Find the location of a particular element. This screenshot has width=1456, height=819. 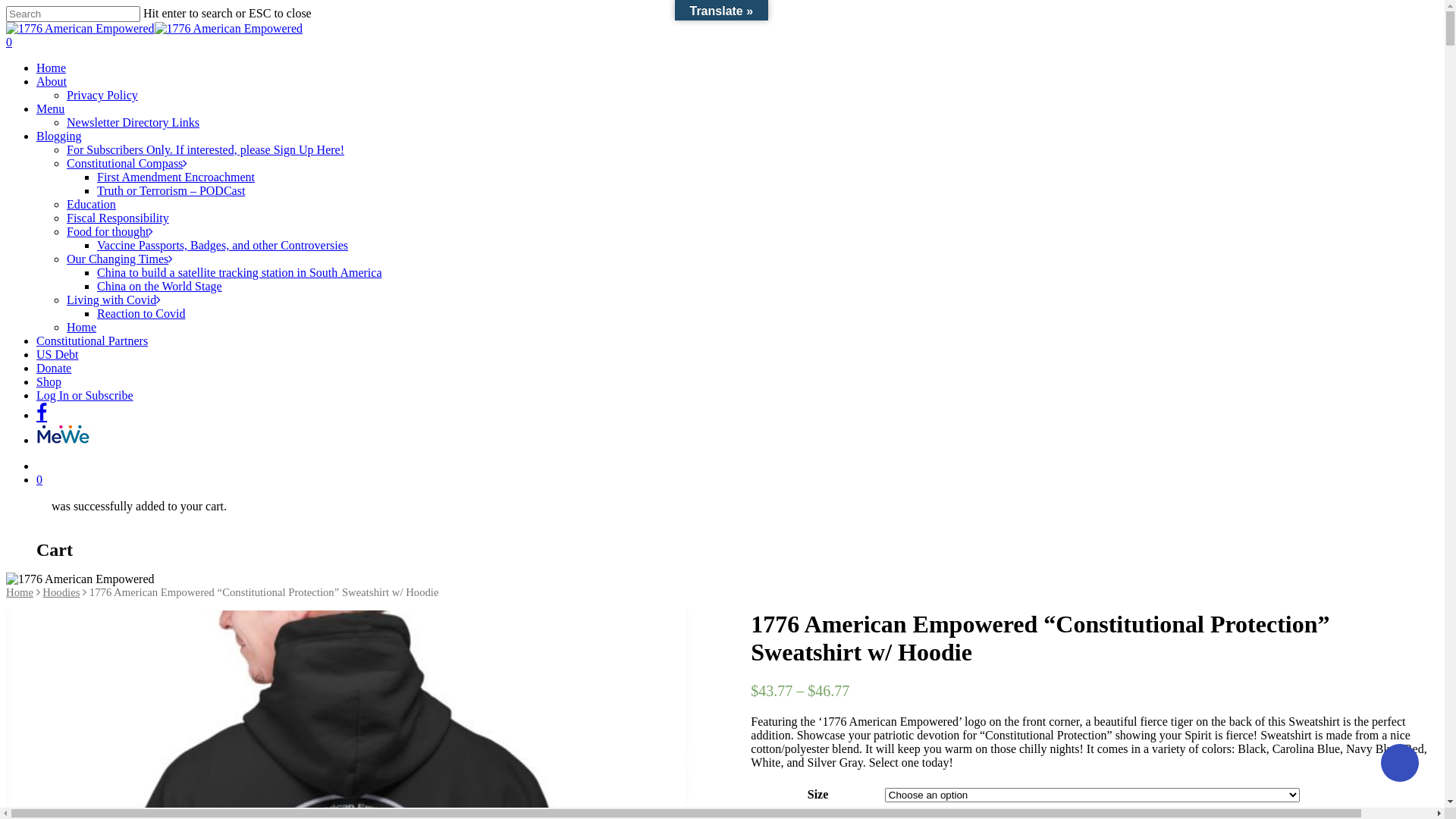

'Food for thought' is located at coordinates (108, 231).